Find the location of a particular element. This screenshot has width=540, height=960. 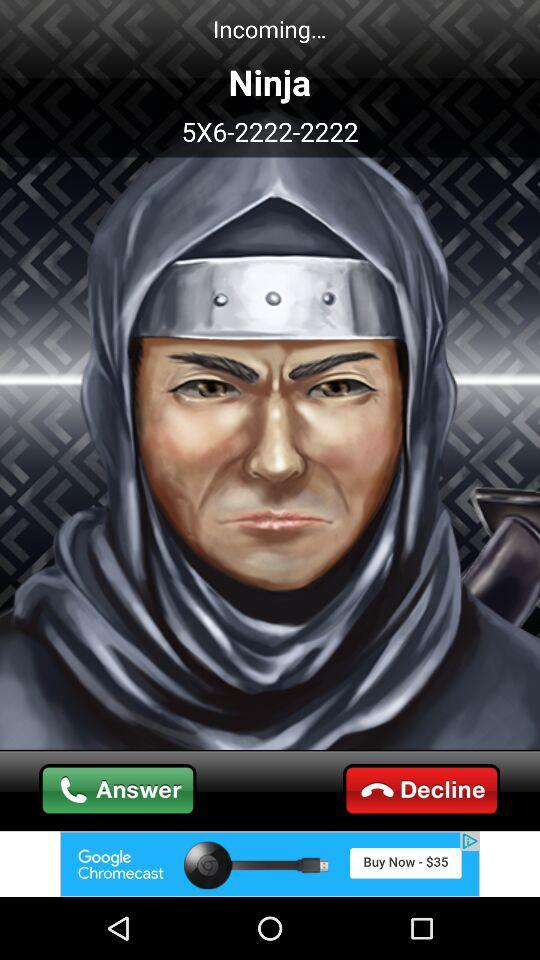

answer call is located at coordinates (118, 790).